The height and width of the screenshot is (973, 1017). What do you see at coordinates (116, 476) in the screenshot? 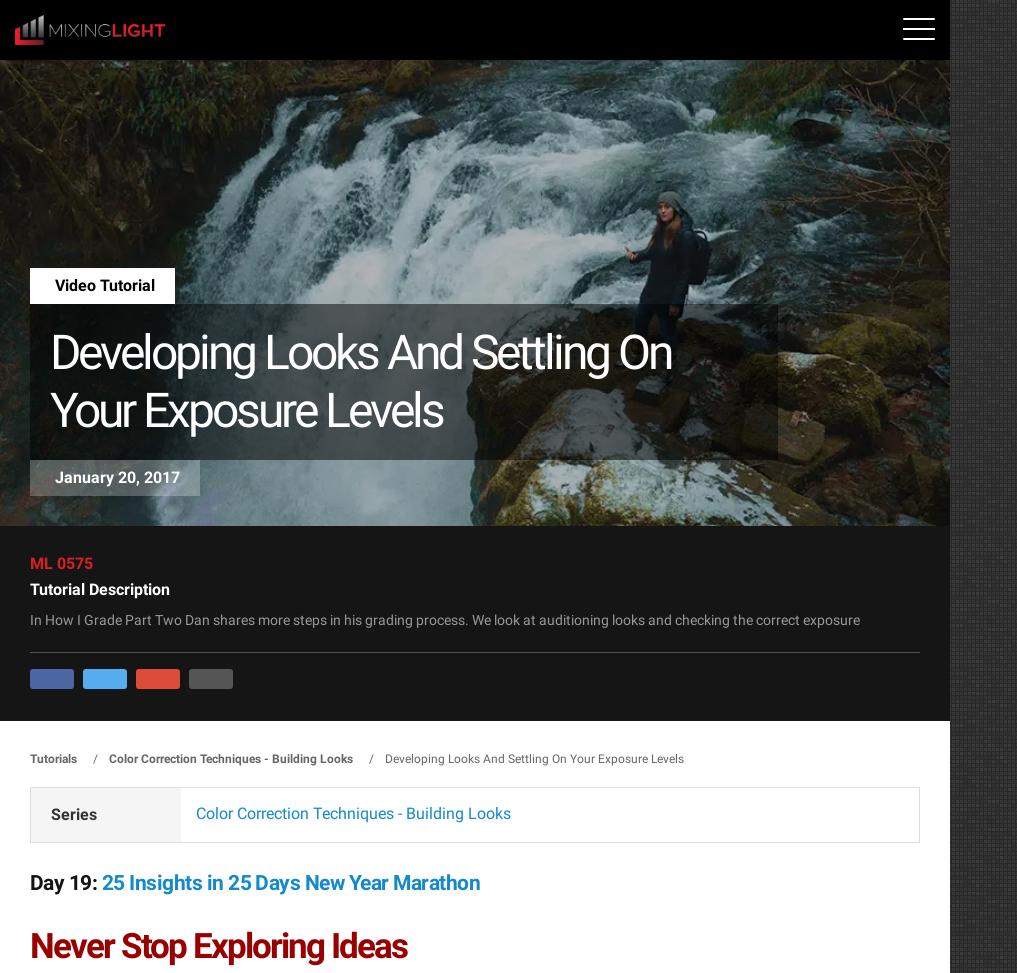
I see `'January 20, 2017'` at bounding box center [116, 476].